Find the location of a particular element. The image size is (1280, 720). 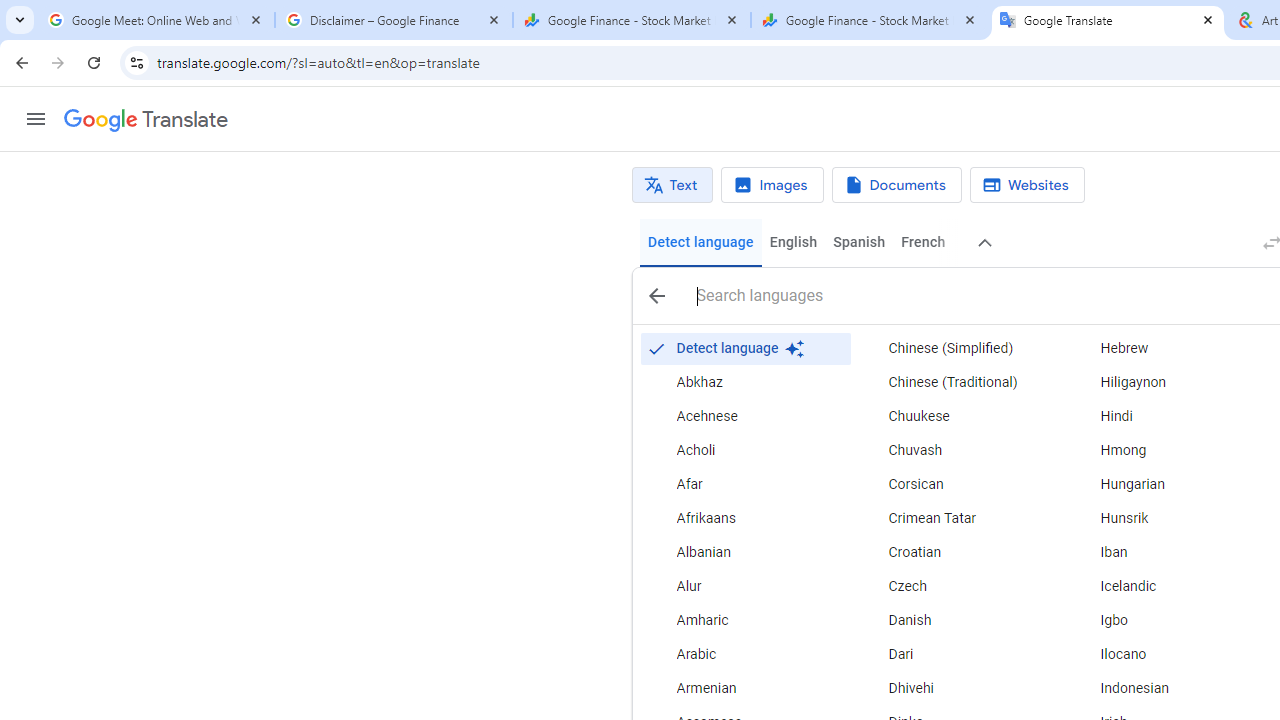

'French' is located at coordinates (921, 242).